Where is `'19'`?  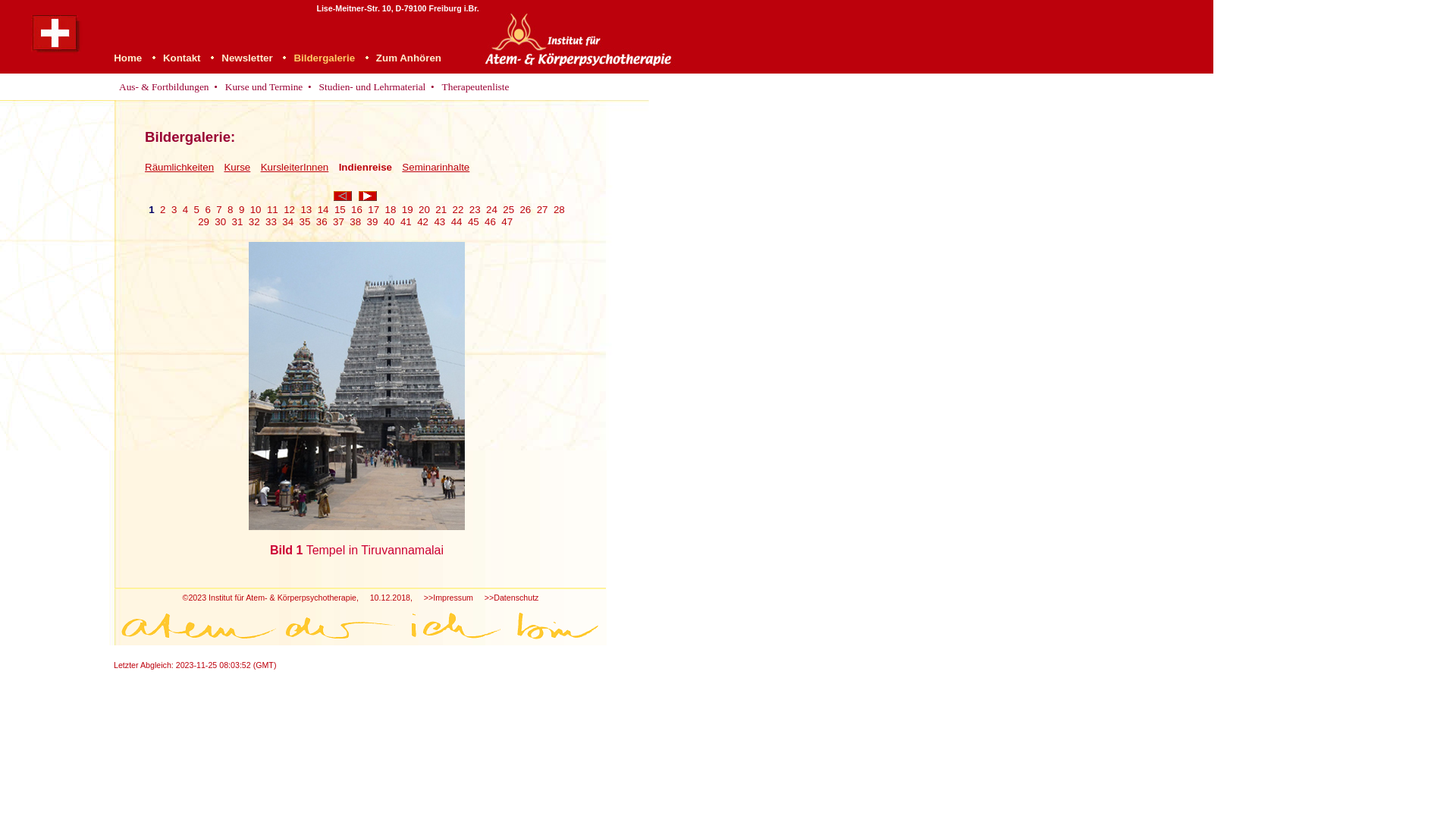 '19' is located at coordinates (407, 209).